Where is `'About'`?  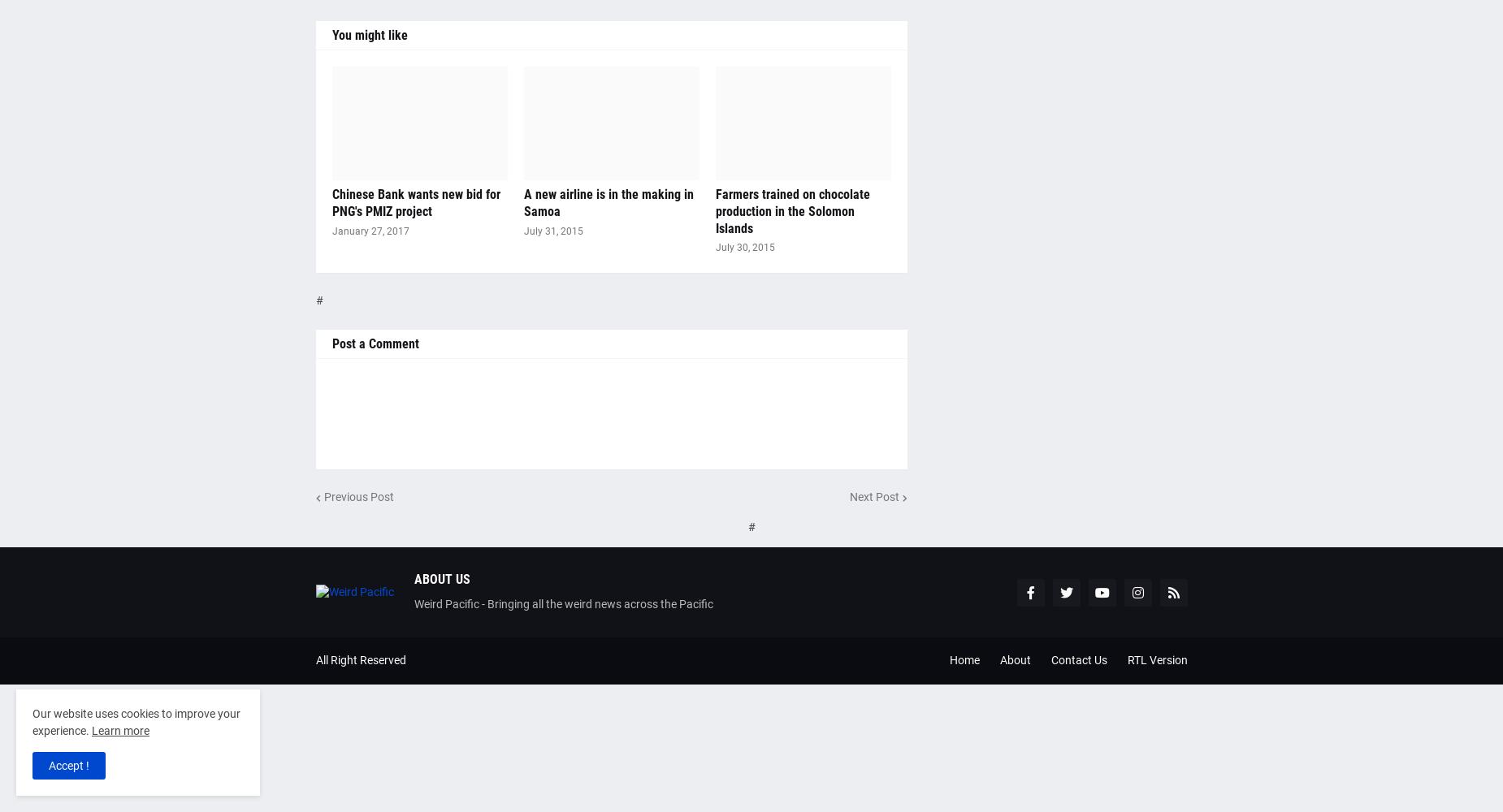
'About' is located at coordinates (1013, 659).